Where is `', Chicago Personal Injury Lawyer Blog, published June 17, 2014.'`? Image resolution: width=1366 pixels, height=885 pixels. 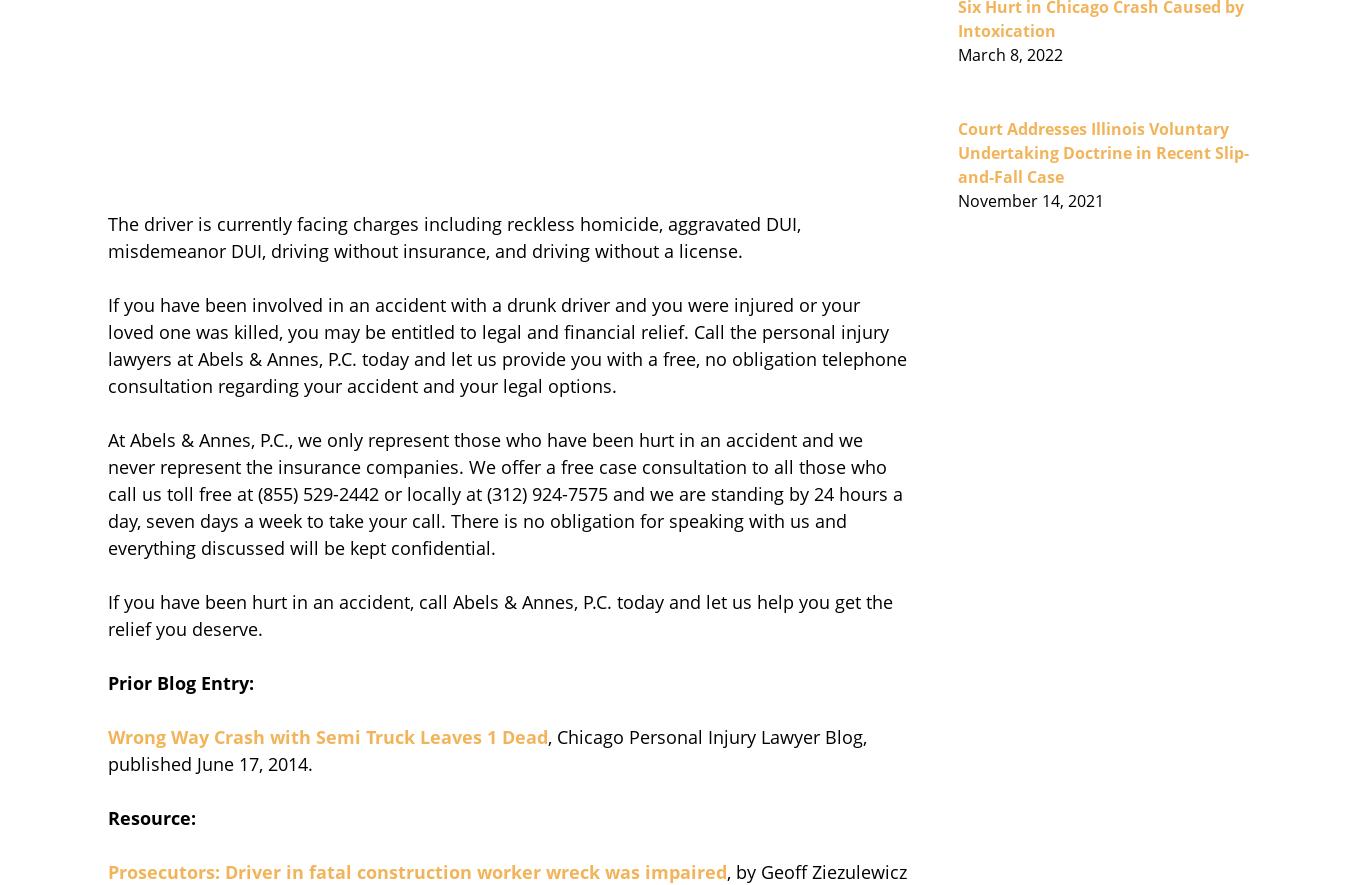
', Chicago Personal Injury Lawyer Blog, published June 17, 2014.' is located at coordinates (487, 750).